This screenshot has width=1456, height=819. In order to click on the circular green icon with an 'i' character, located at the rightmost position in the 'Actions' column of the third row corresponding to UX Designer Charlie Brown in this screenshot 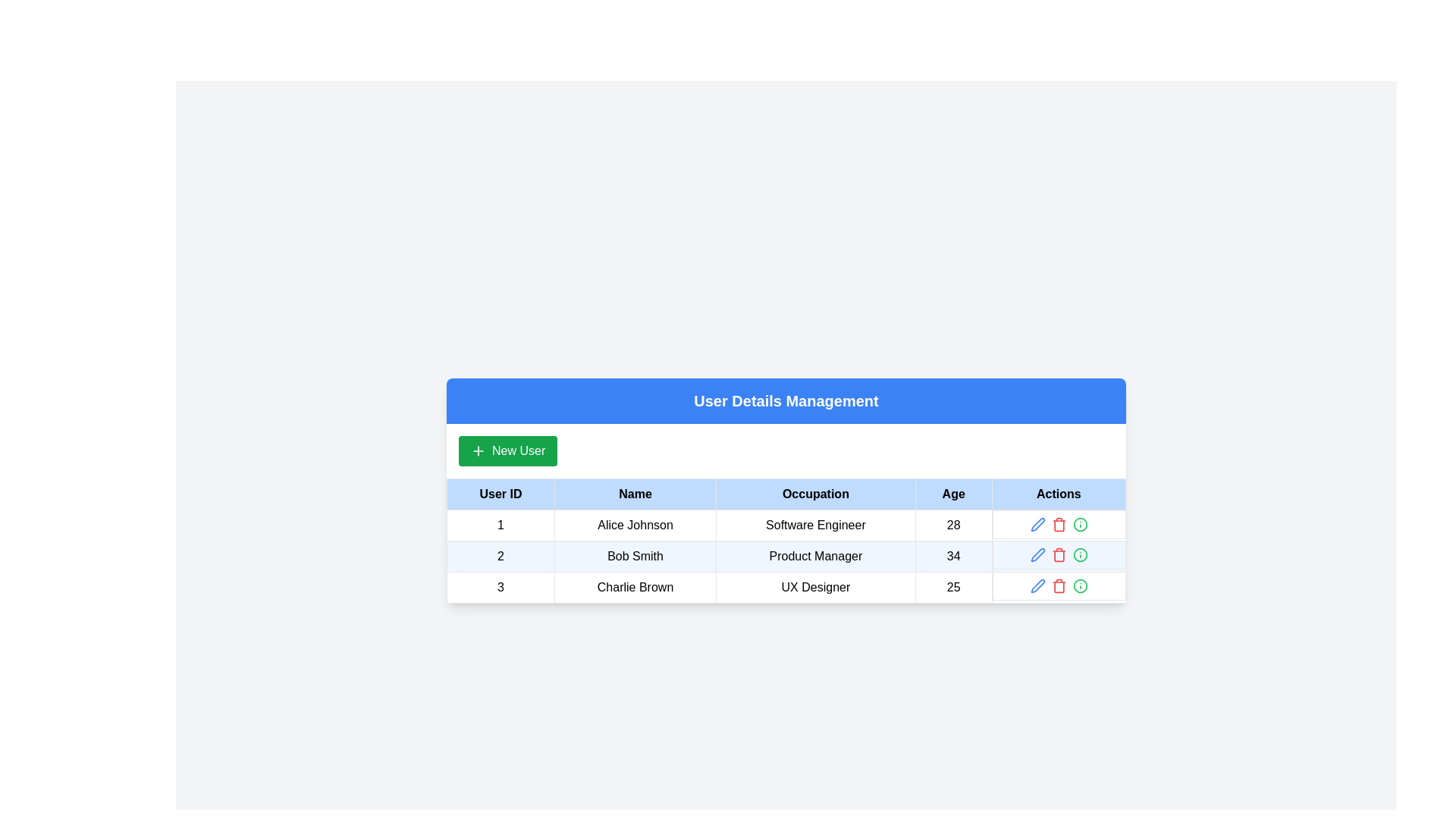, I will do `click(1079, 523)`.